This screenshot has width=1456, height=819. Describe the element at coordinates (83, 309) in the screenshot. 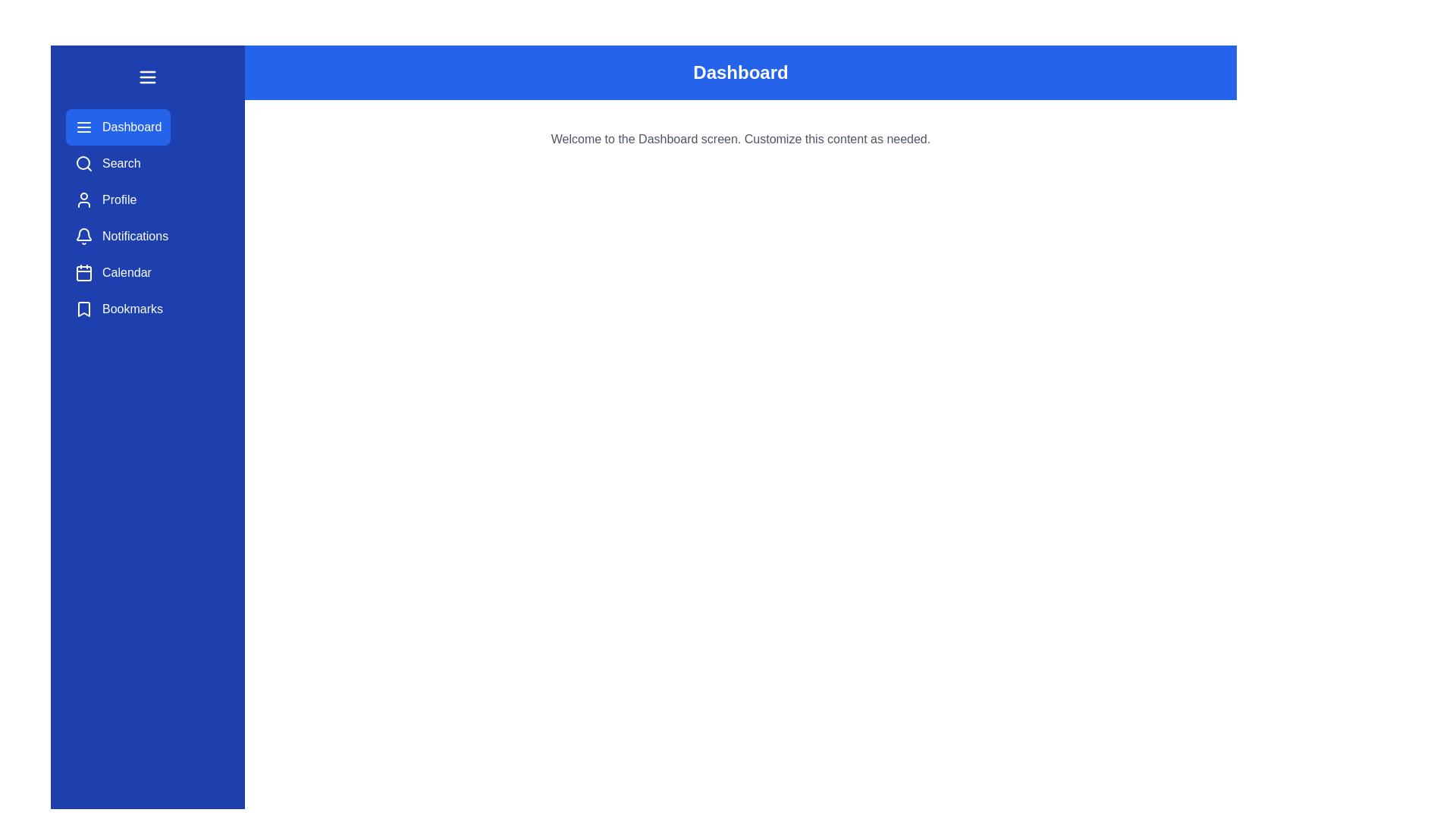

I see `the 'Bookmarks' icon, which is the sixth element in the vertical navigation panel, located directly below the 'Calendar' icon` at that location.